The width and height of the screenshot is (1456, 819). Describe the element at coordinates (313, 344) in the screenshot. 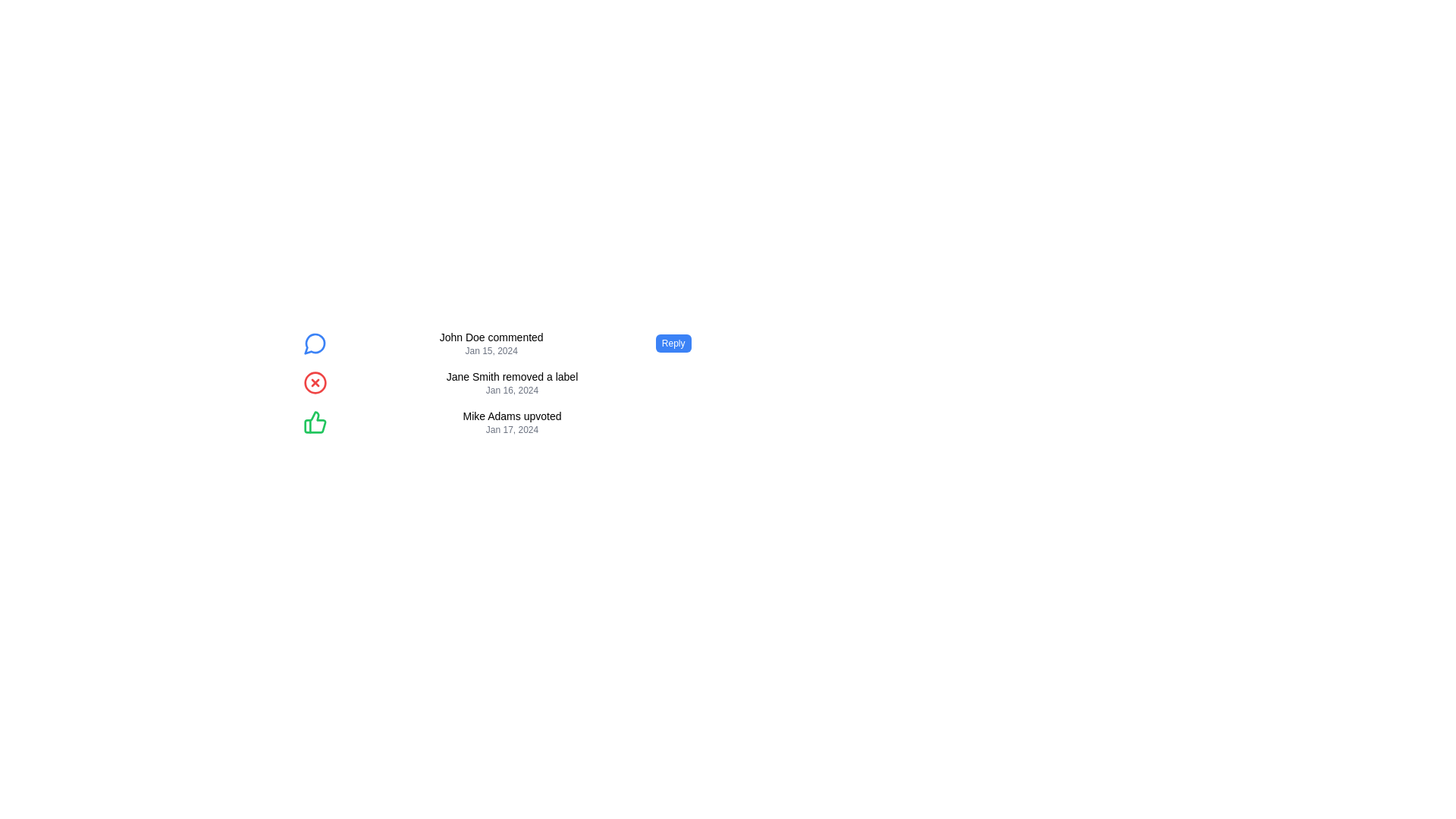

I see `the comment icon located at the top-left section of the interface` at that location.